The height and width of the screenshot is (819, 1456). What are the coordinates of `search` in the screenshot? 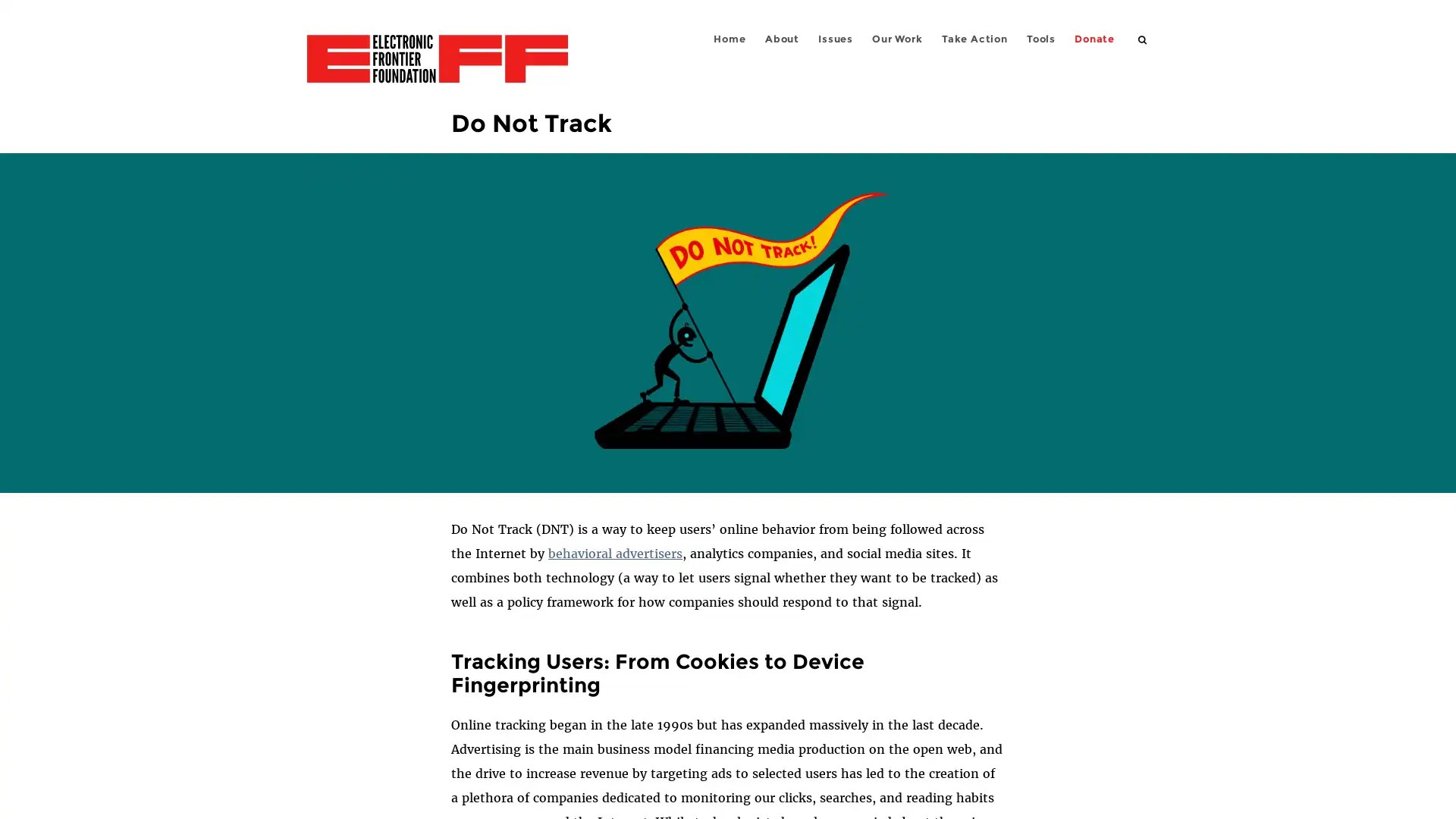 It's located at (1143, 38).